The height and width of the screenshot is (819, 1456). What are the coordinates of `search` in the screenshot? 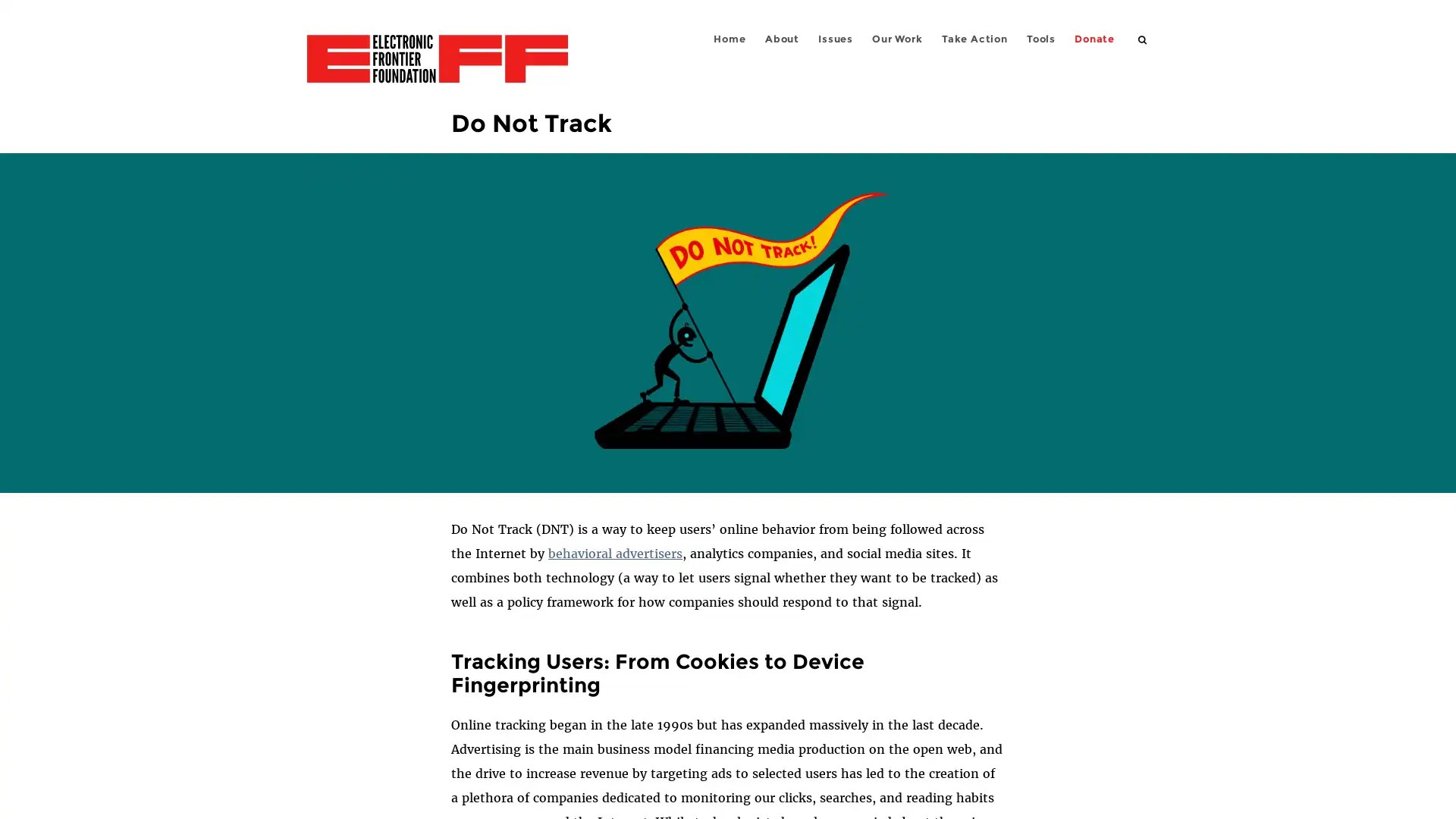 It's located at (1143, 38).